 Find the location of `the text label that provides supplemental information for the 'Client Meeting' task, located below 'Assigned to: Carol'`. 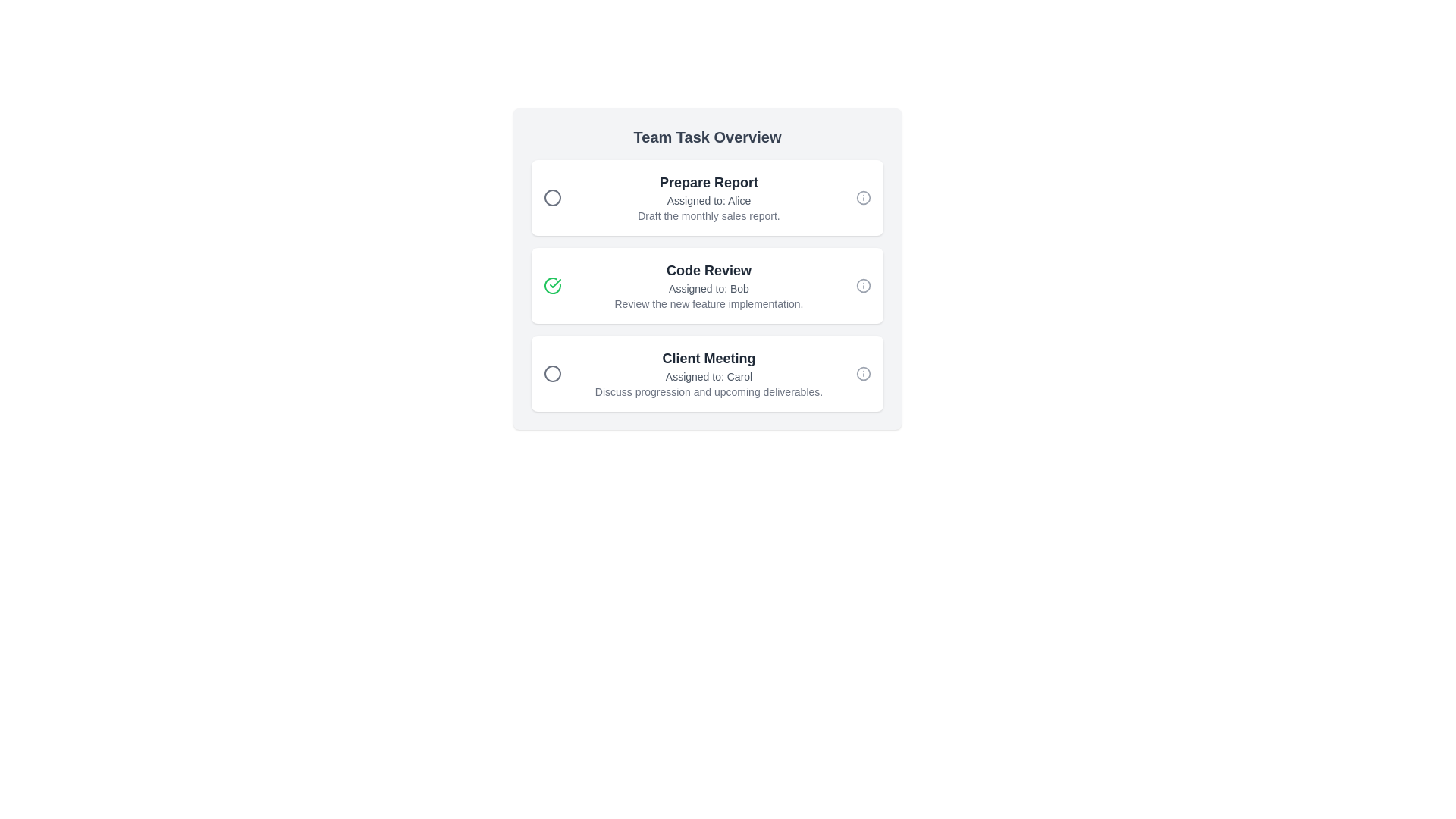

the text label that provides supplemental information for the 'Client Meeting' task, located below 'Assigned to: Carol' is located at coordinates (708, 391).